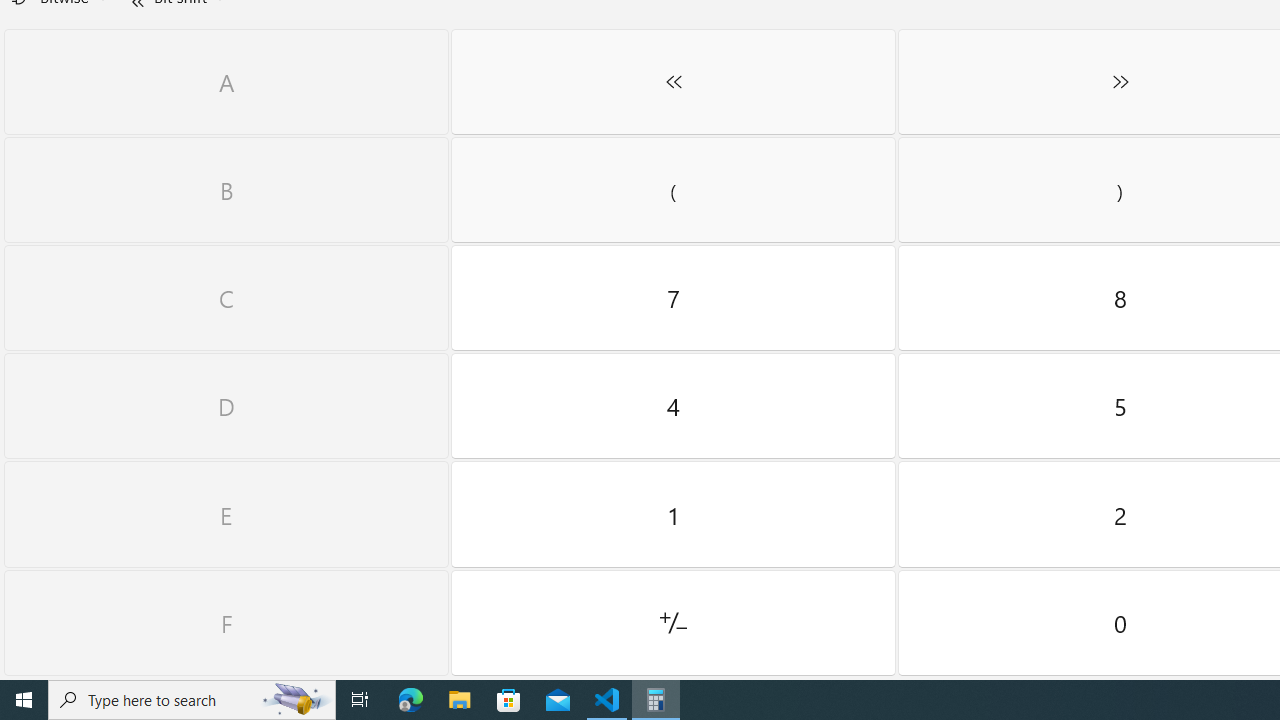  Describe the element at coordinates (226, 405) in the screenshot. I see `'D'` at that location.